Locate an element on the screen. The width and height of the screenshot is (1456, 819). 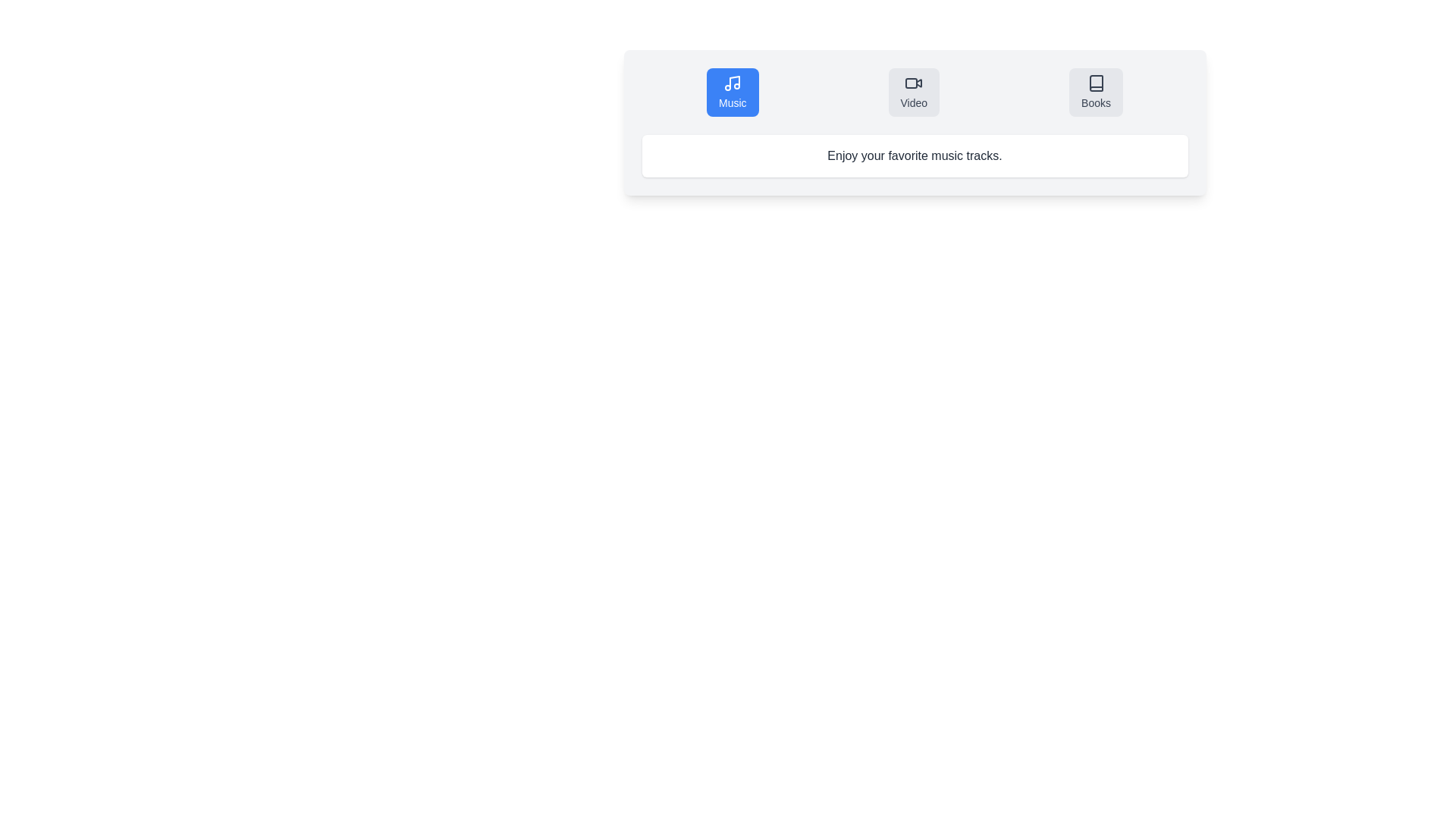
the rightmost icon labeled 'Books' in the upper center of the interface, which serves as a visual indicator for the 'Books' category is located at coordinates (1096, 83).